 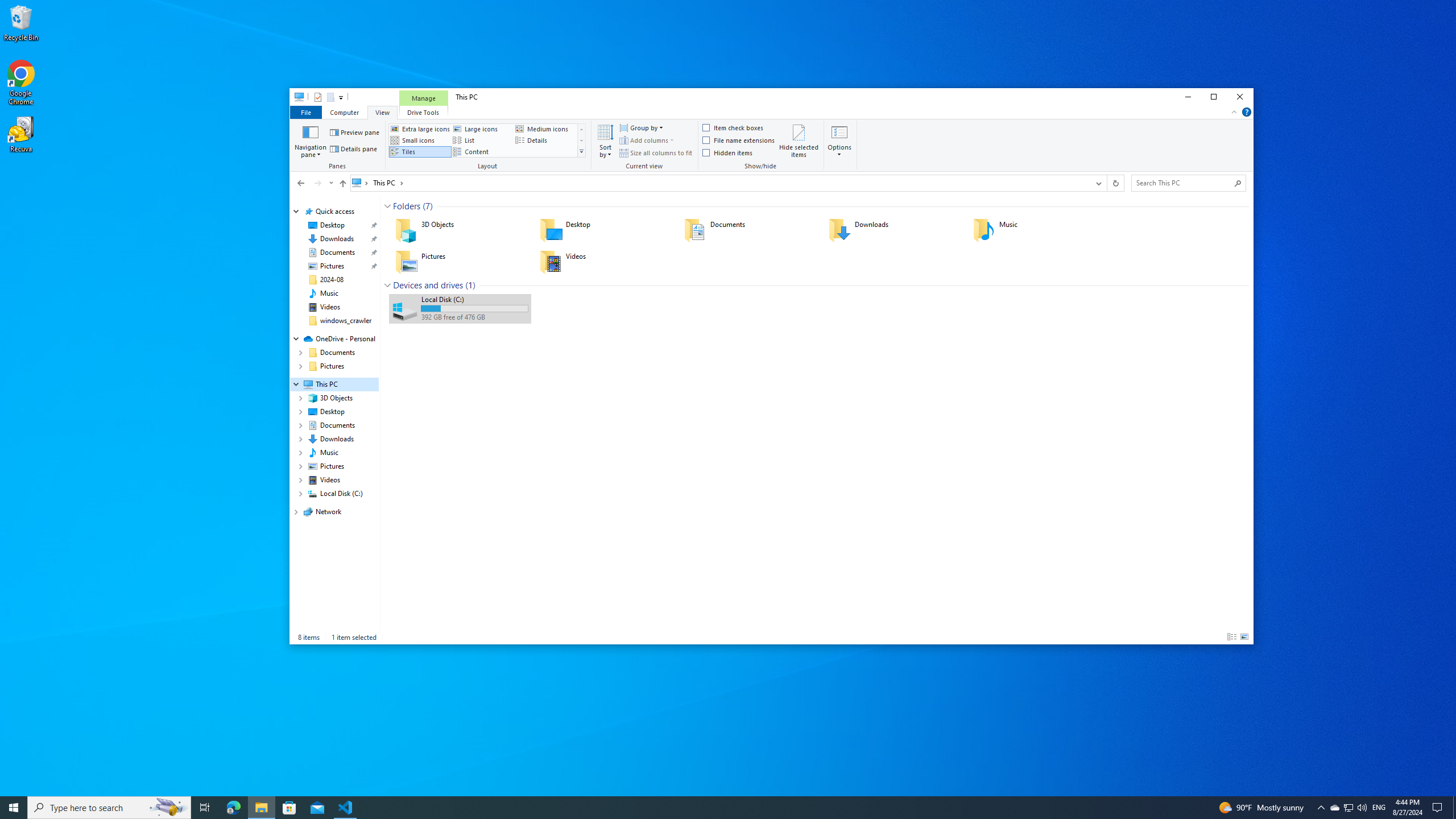 I want to click on 'Item check boxes', so click(x=733, y=128).